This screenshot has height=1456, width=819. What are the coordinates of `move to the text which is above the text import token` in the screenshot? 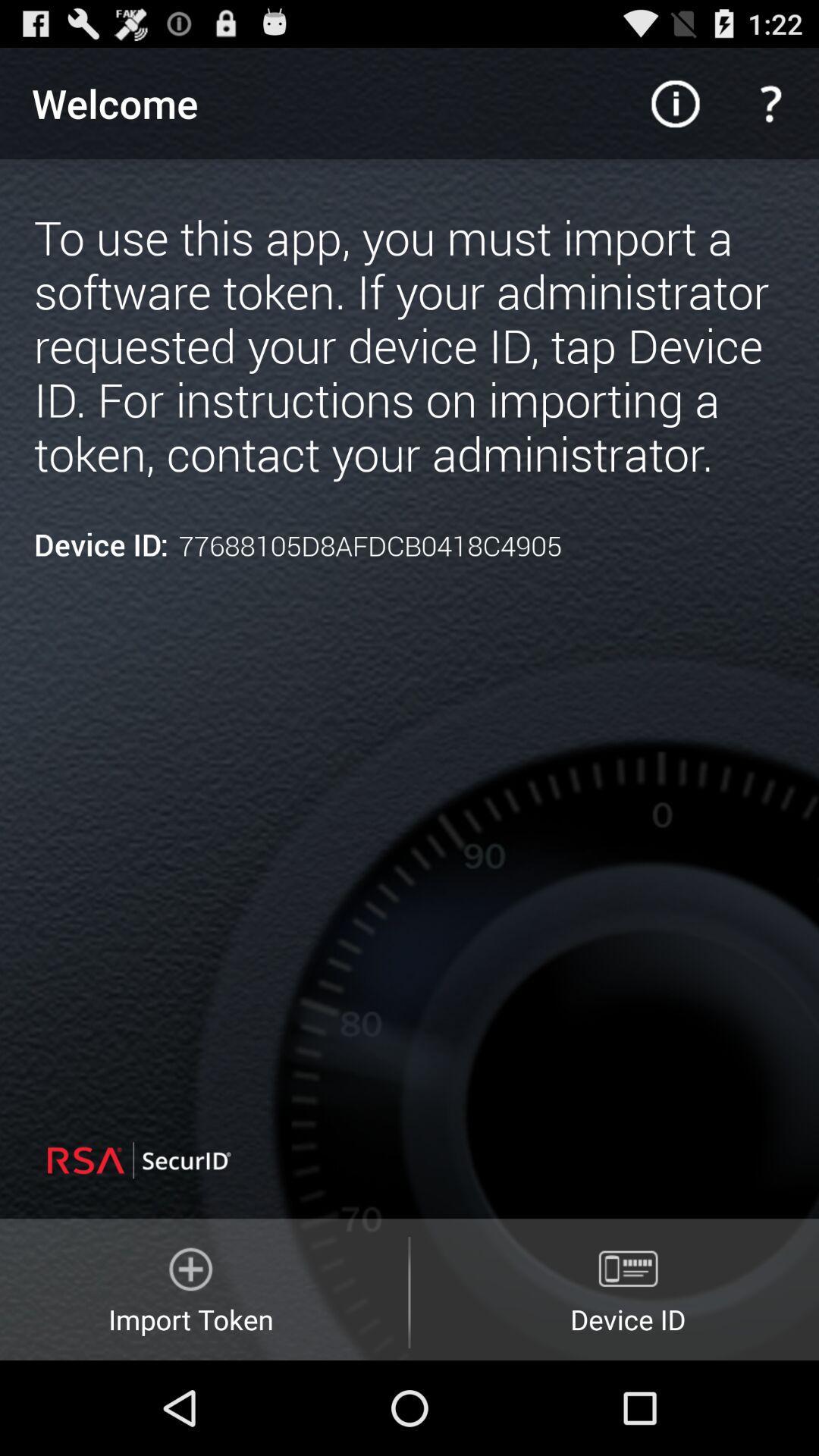 It's located at (184, 1160).